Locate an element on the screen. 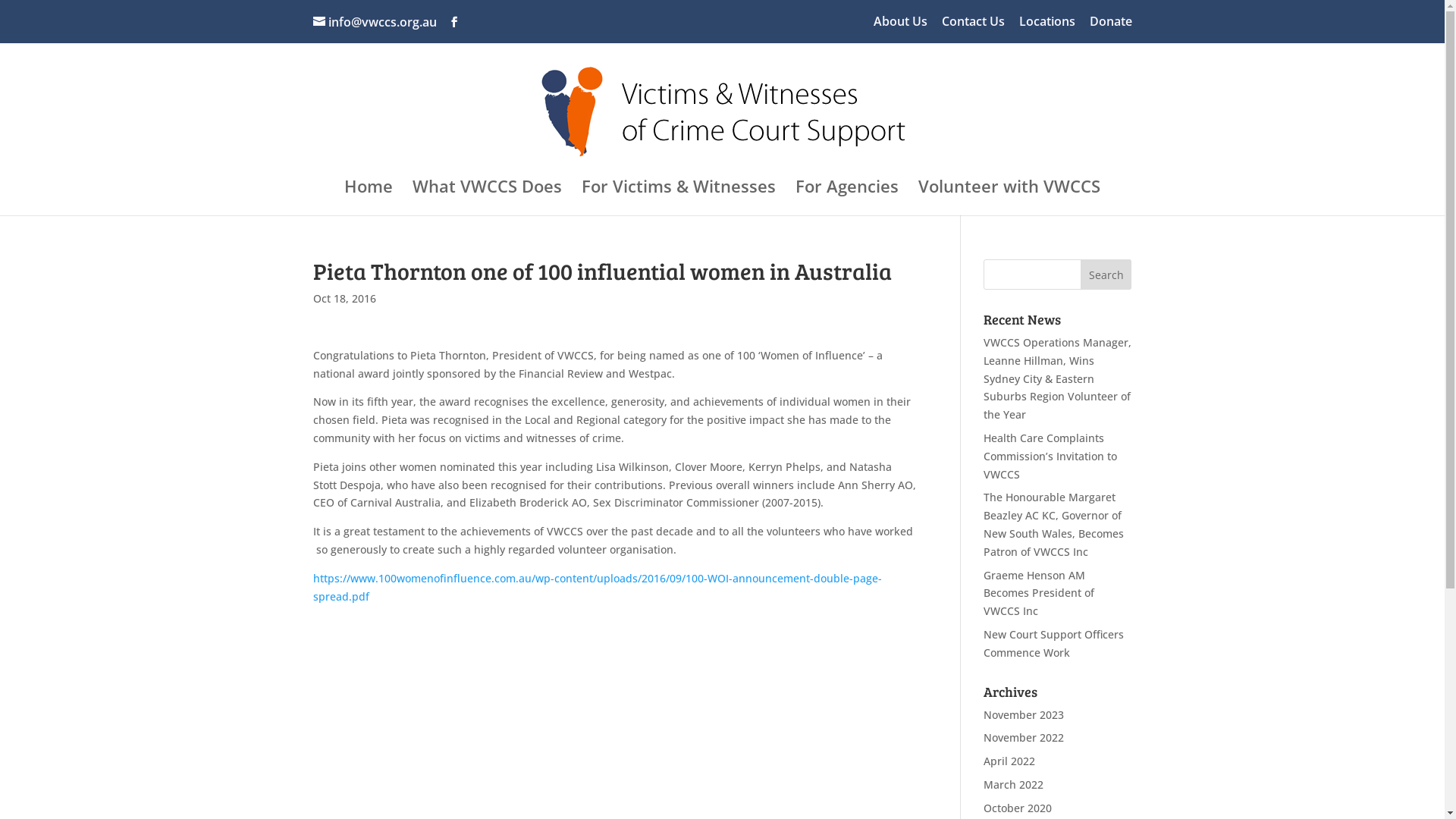 This screenshot has height=819, width=1456. 'For Agencies' is located at coordinates (846, 197).